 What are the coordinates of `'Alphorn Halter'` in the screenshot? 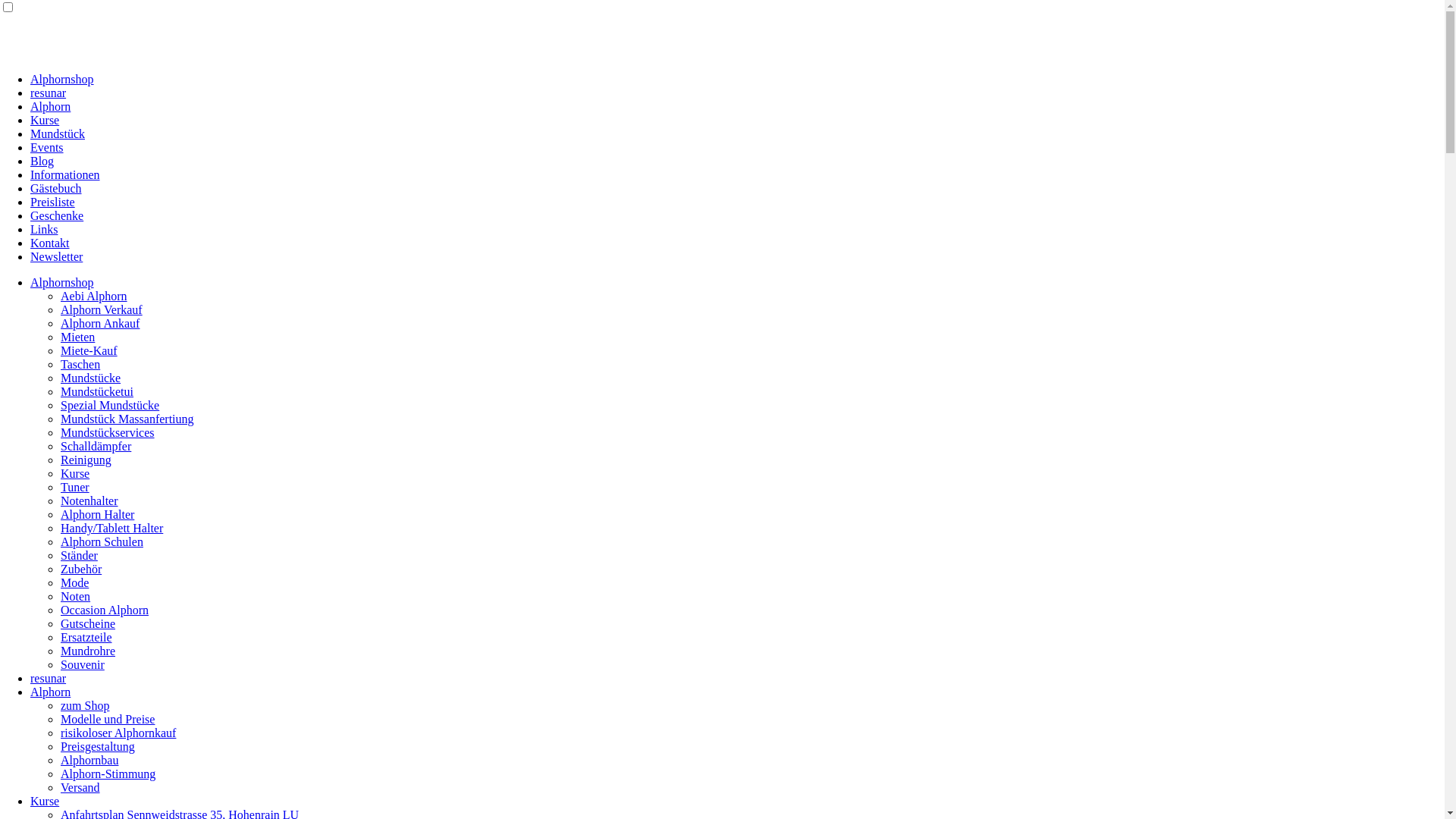 It's located at (96, 513).